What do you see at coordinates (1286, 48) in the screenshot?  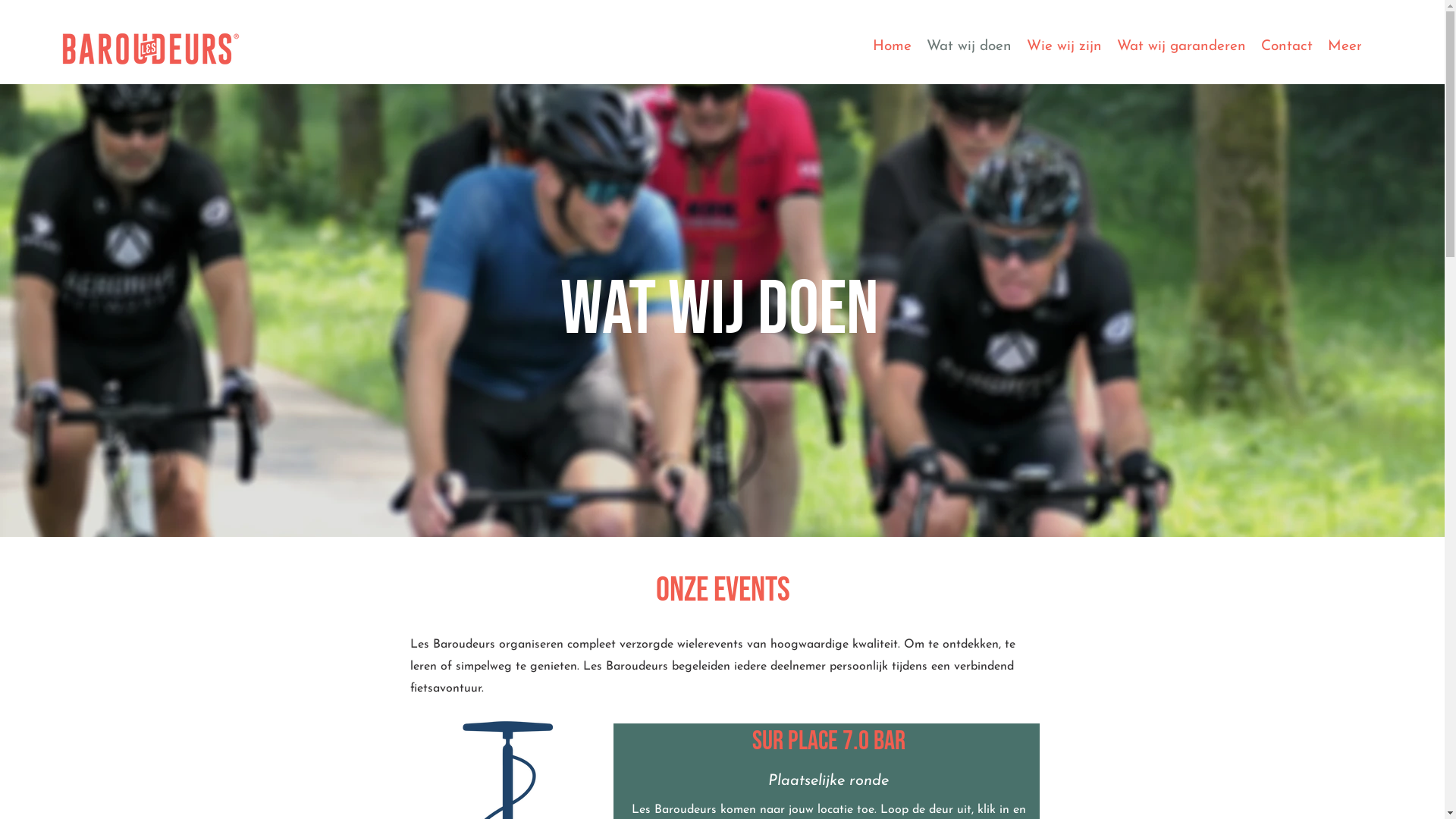 I see `'Contact'` at bounding box center [1286, 48].